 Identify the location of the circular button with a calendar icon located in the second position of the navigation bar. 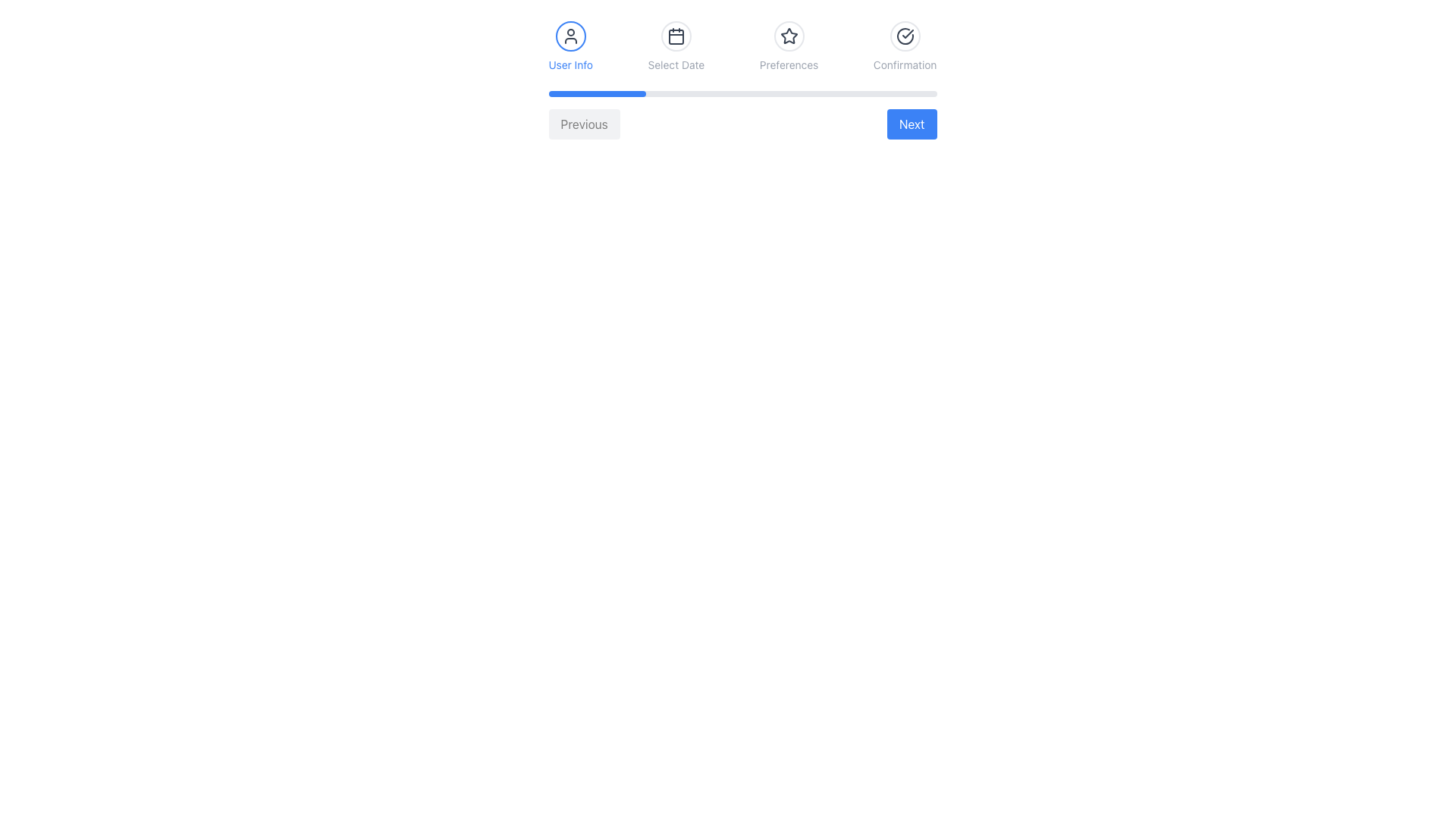
(675, 35).